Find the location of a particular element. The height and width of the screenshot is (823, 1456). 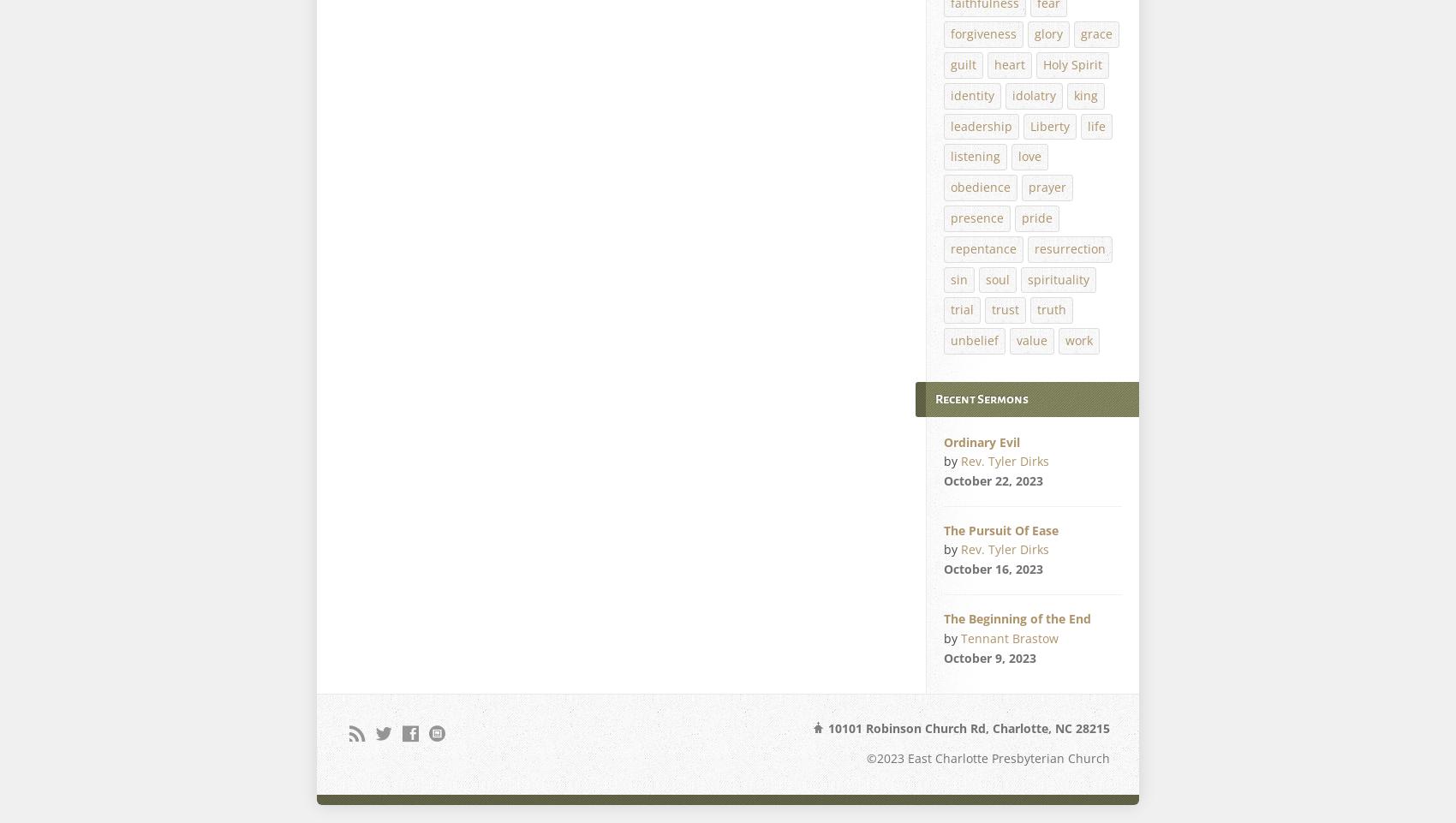

'unbelief' is located at coordinates (974, 340).